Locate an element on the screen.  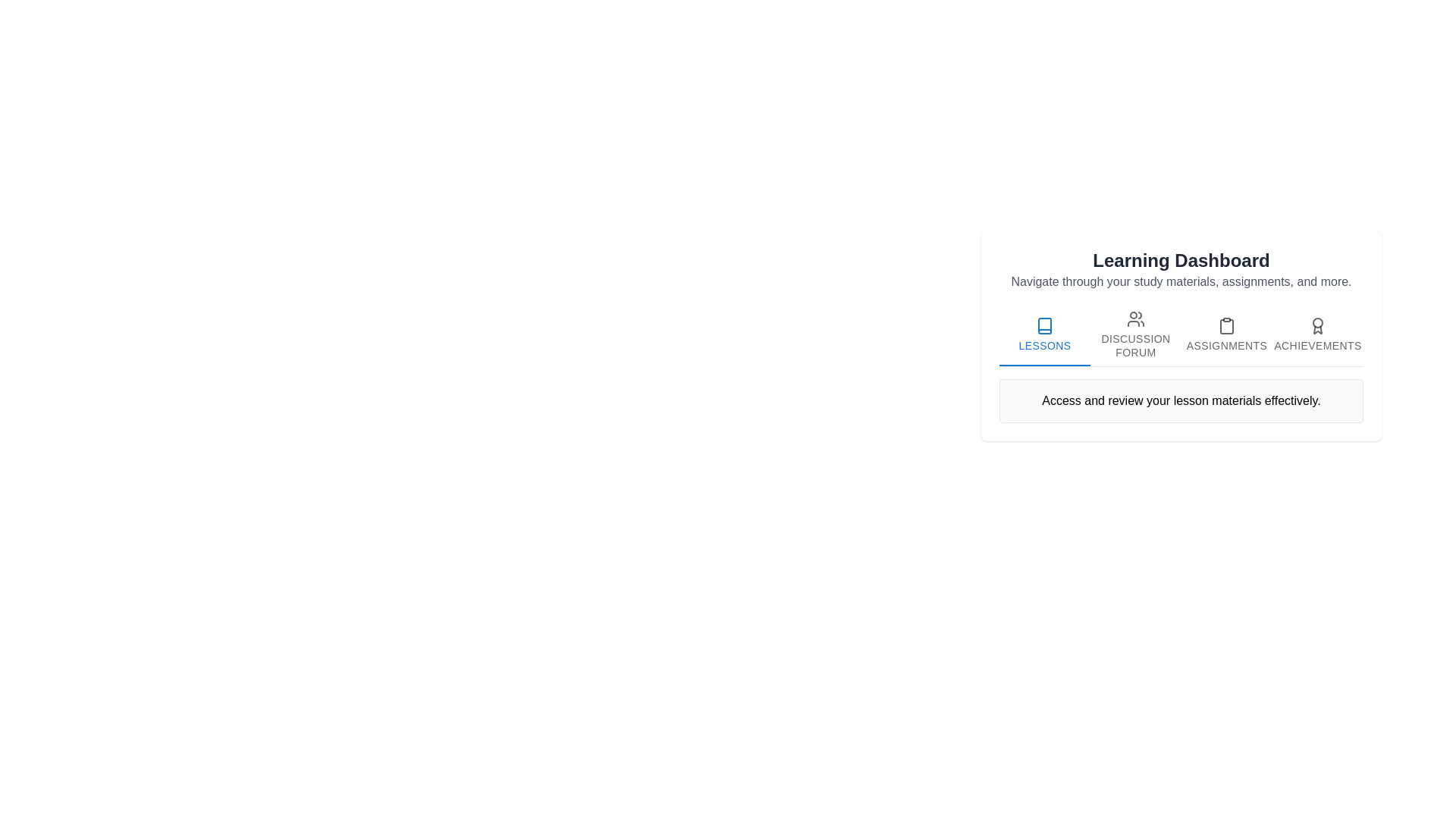
the second tab in the horizontal tab list is located at coordinates (1135, 333).